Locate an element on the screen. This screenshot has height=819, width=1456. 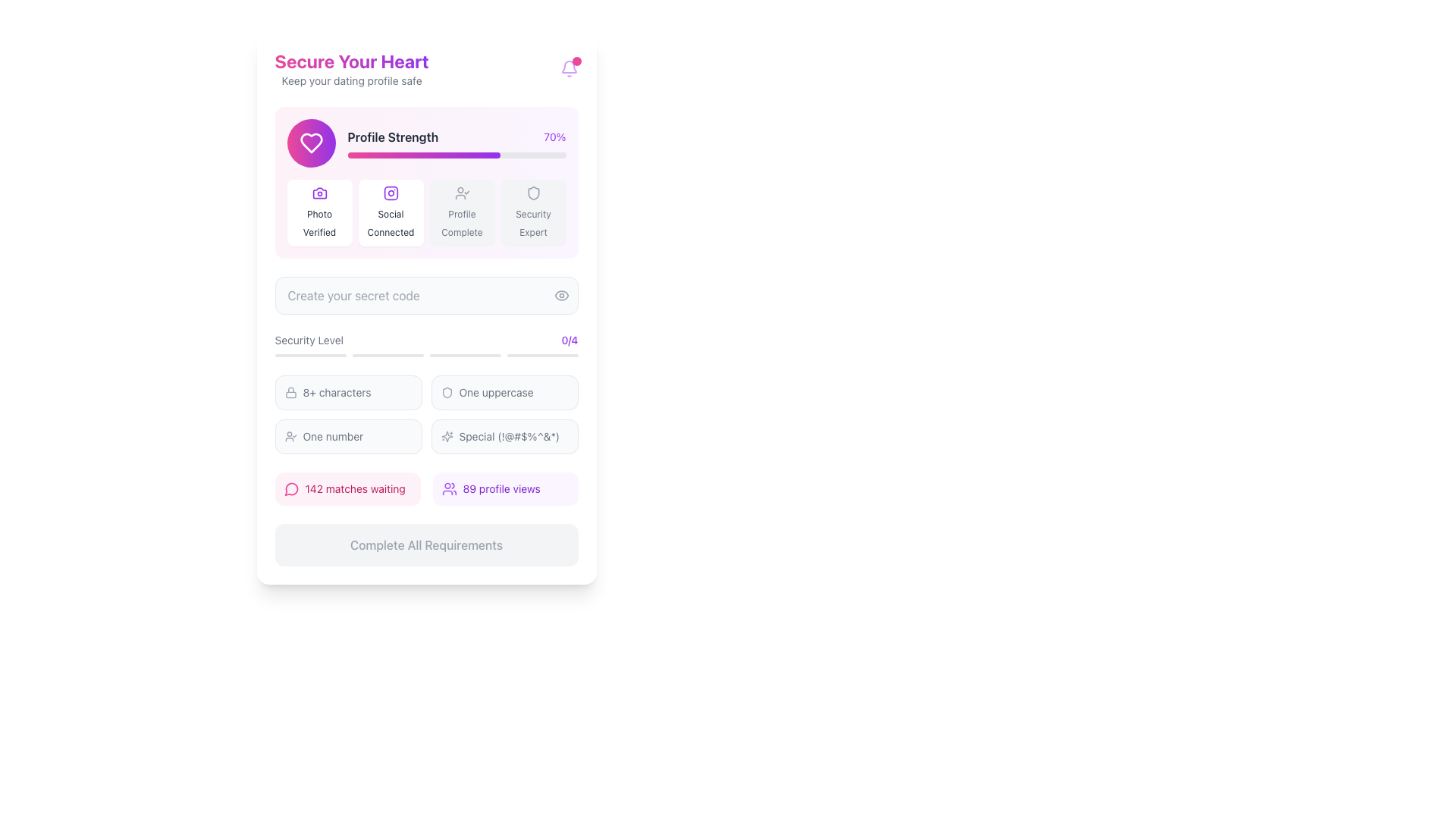
the camera icon located in the top section of the card UI, which is the first icon in the horizontal row of profile enhancement features is located at coordinates (318, 192).